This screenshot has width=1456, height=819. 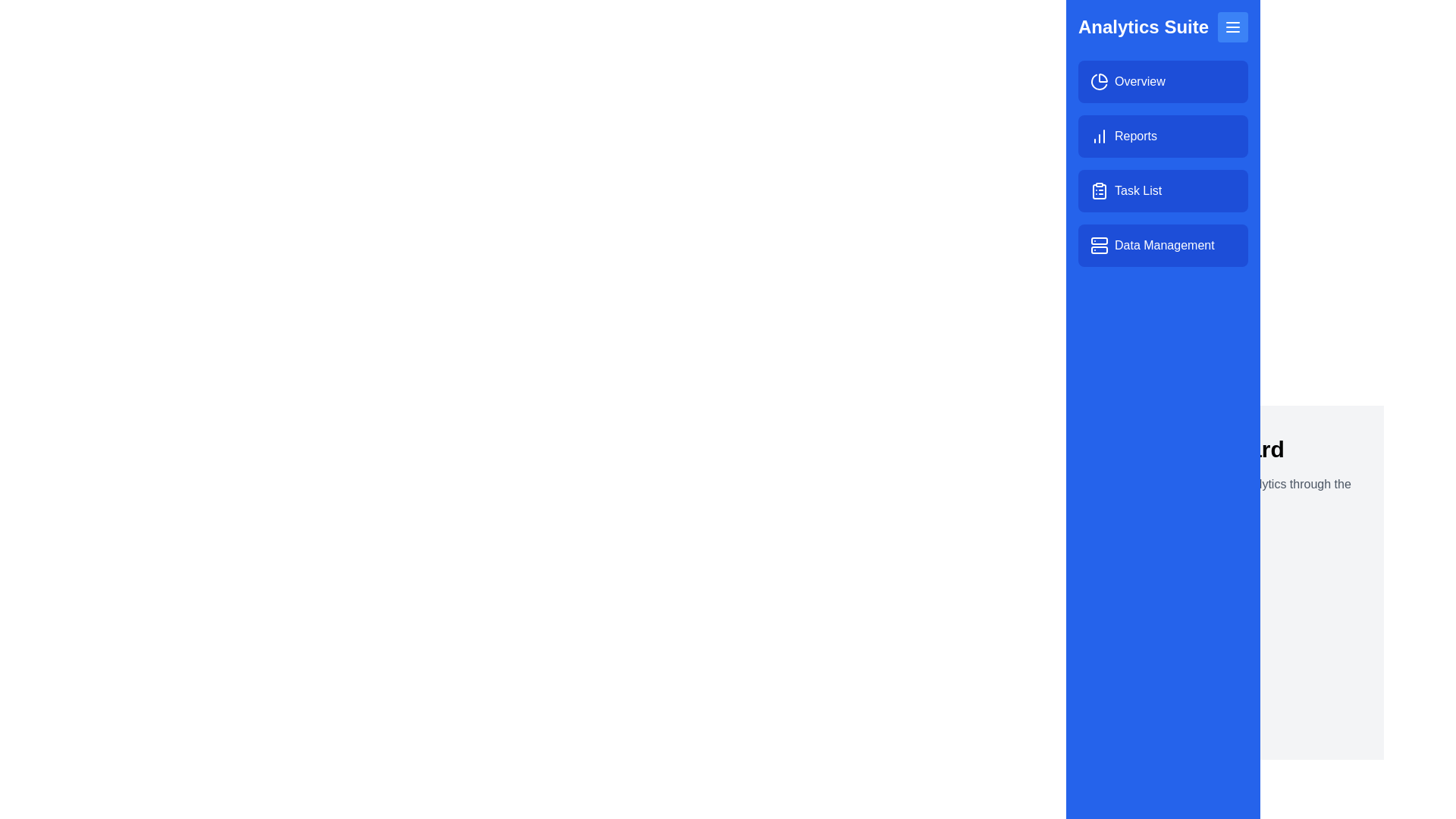 I want to click on the menu item labeled Data Management to navigate to its respective section, so click(x=1163, y=245).